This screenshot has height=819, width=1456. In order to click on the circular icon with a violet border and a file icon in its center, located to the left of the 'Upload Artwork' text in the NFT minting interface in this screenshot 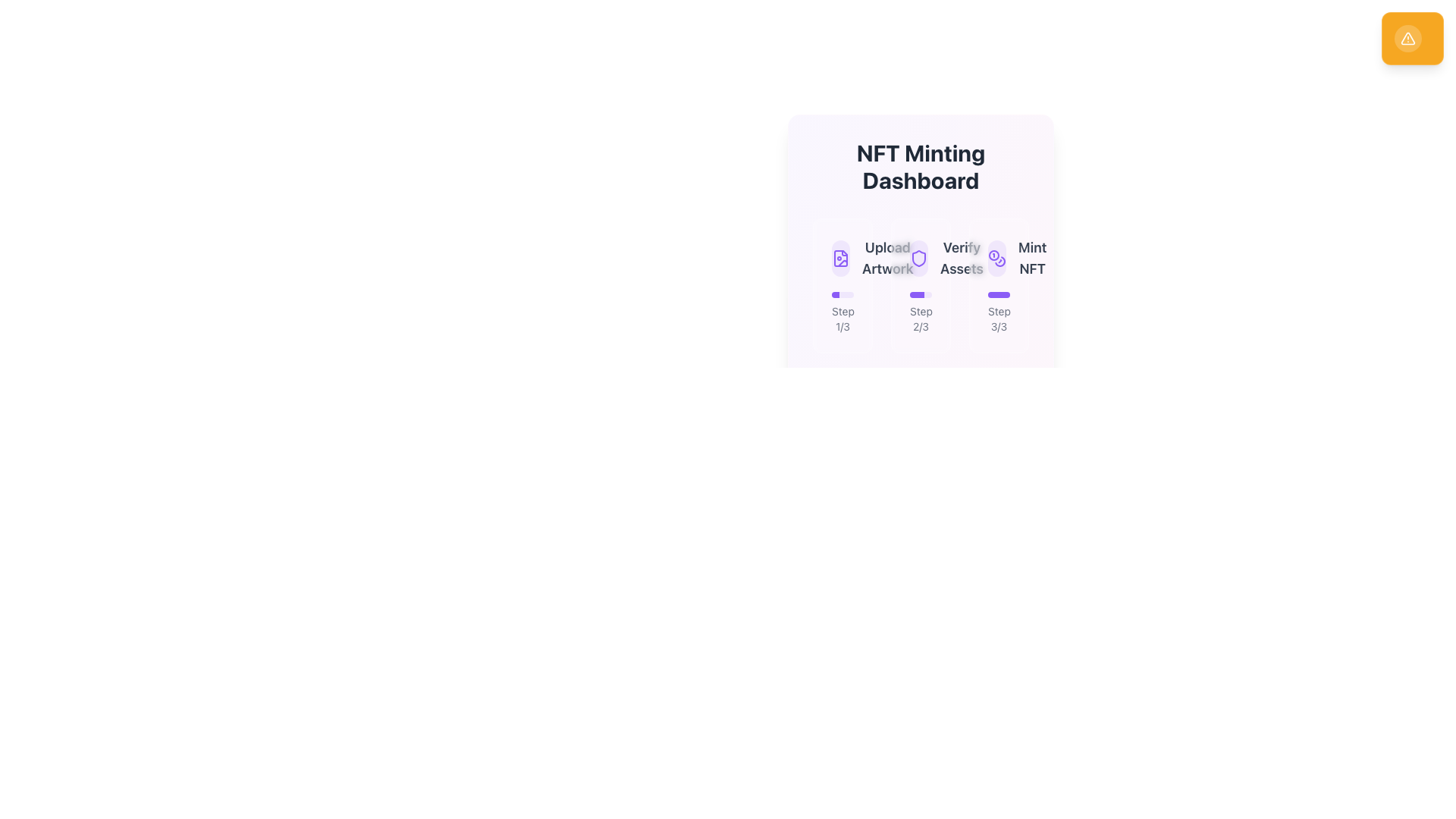, I will do `click(839, 257)`.